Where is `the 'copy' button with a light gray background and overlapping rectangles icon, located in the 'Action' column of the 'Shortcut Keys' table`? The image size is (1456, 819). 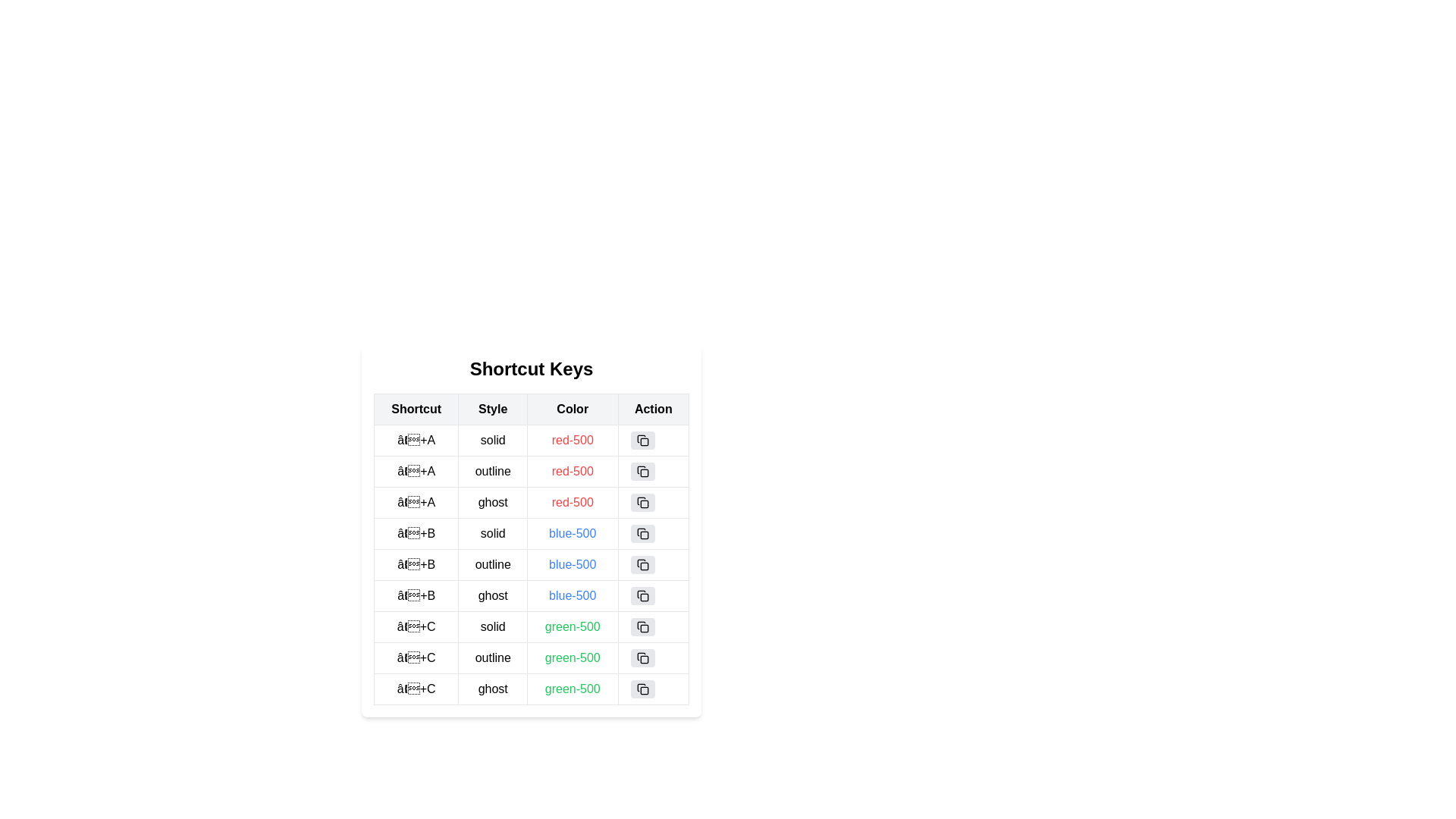
the 'copy' button with a light gray background and overlapping rectangles icon, located in the 'Action' column of the 'Shortcut Keys' table is located at coordinates (642, 441).